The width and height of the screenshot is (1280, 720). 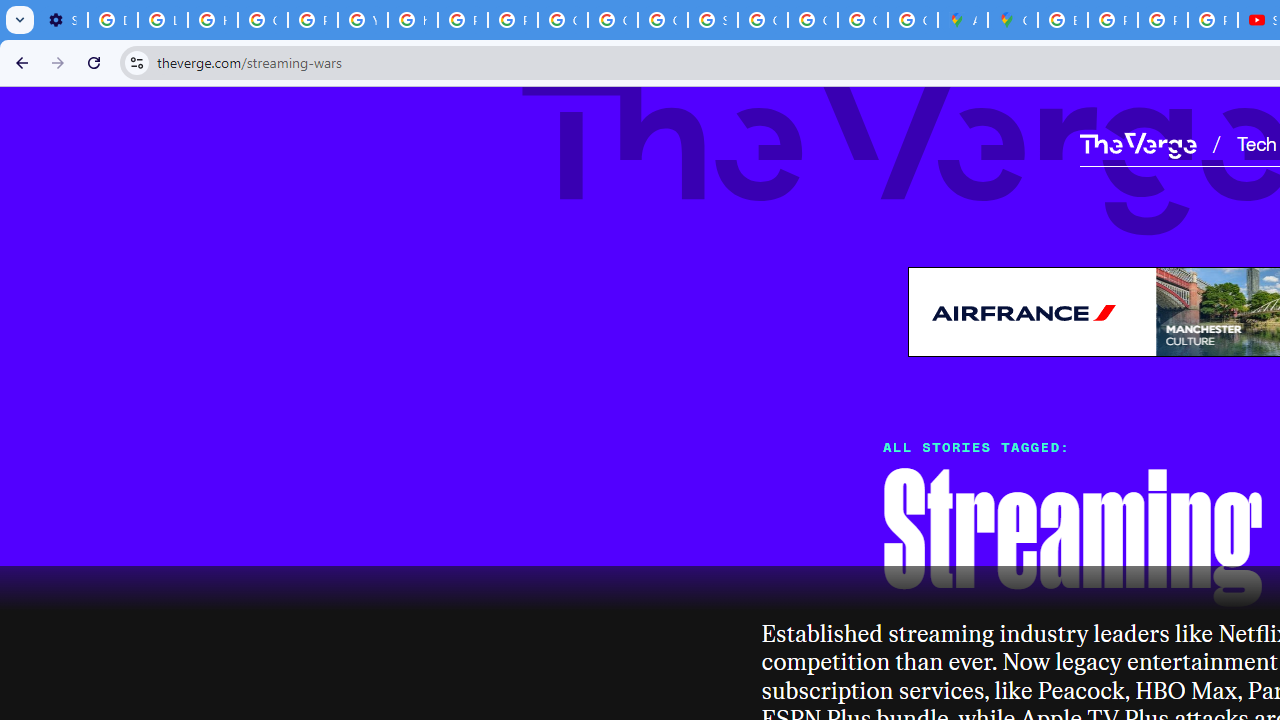 What do you see at coordinates (1255, 141) in the screenshot?
I see `'Tech'` at bounding box center [1255, 141].